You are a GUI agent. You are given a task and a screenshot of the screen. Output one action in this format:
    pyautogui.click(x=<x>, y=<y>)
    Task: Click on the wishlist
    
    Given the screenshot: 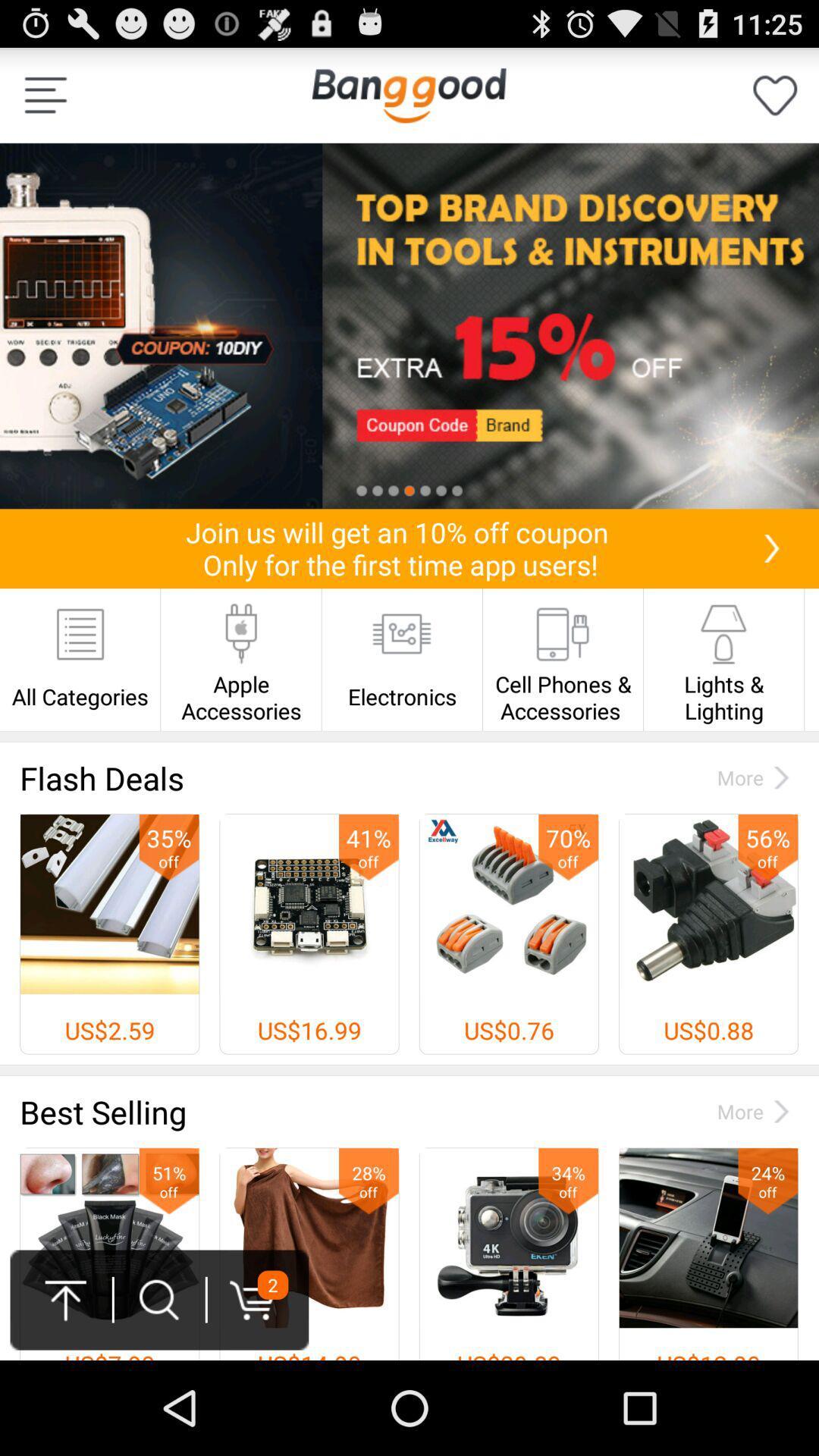 What is the action you would take?
    pyautogui.click(x=775, y=94)
    